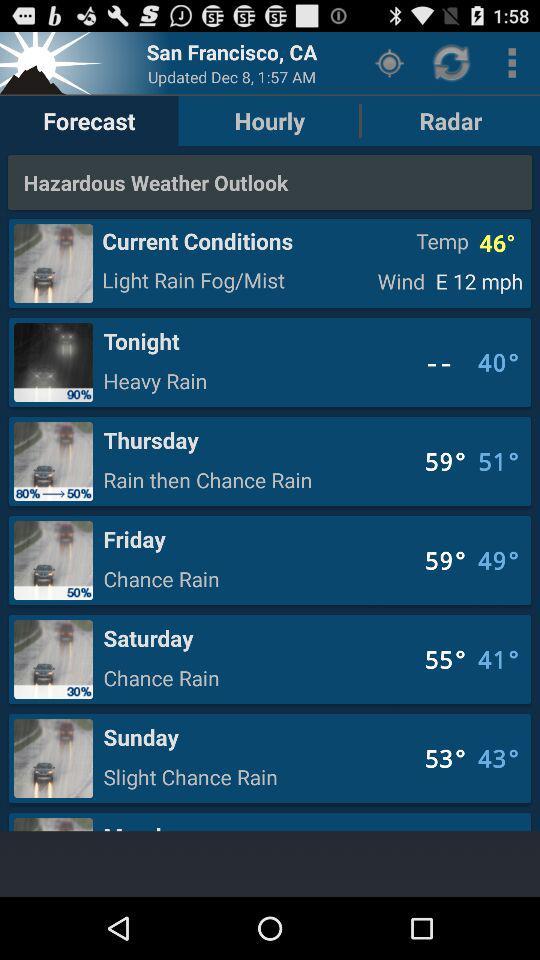 Image resolution: width=540 pixels, height=960 pixels. I want to click on the more icon, so click(512, 67).